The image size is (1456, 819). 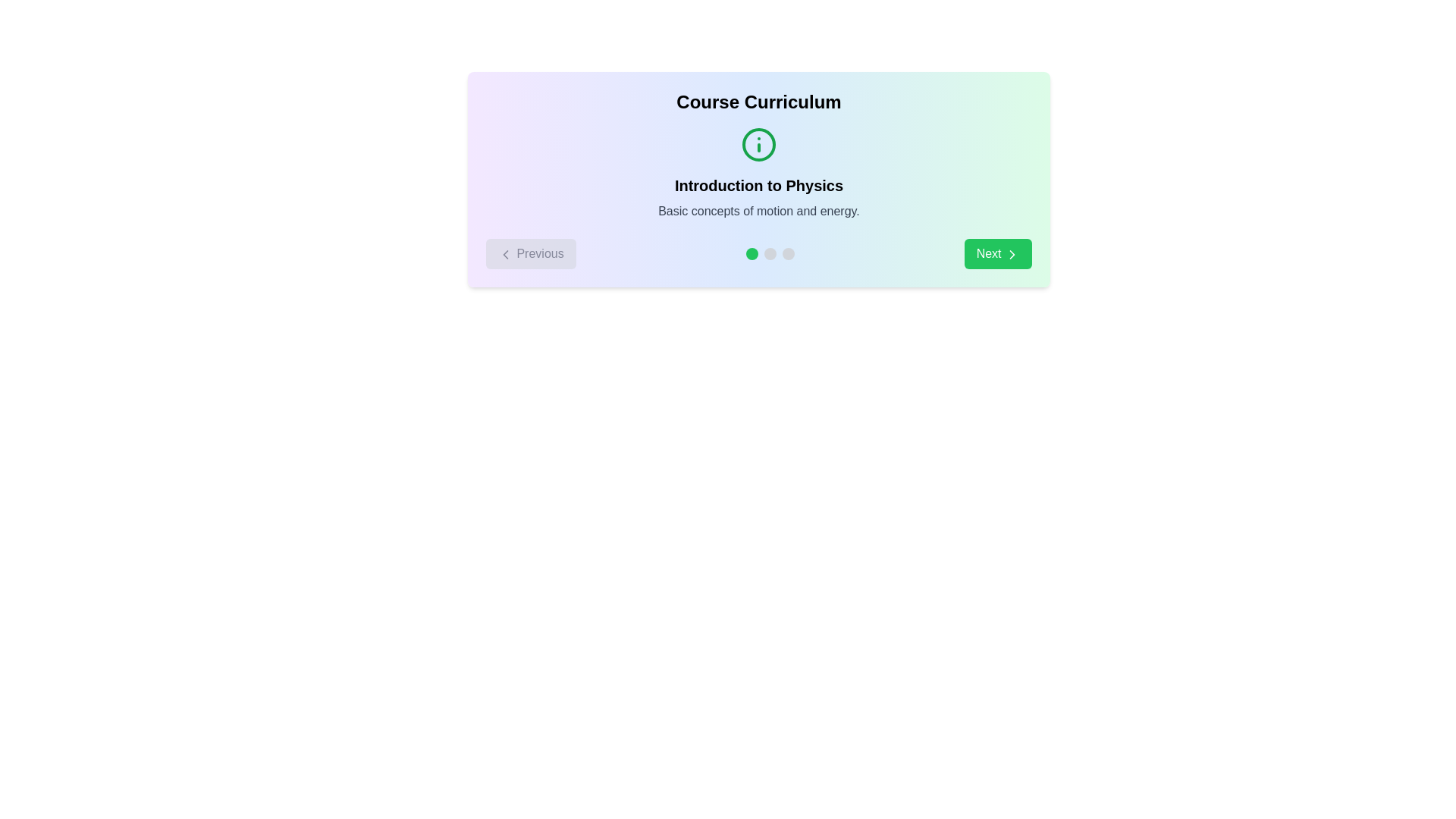 What do you see at coordinates (759, 102) in the screenshot?
I see `the Static text header that serves as a title or heading for the section, indicating the main theme or topic of the elements grouped below it` at bounding box center [759, 102].